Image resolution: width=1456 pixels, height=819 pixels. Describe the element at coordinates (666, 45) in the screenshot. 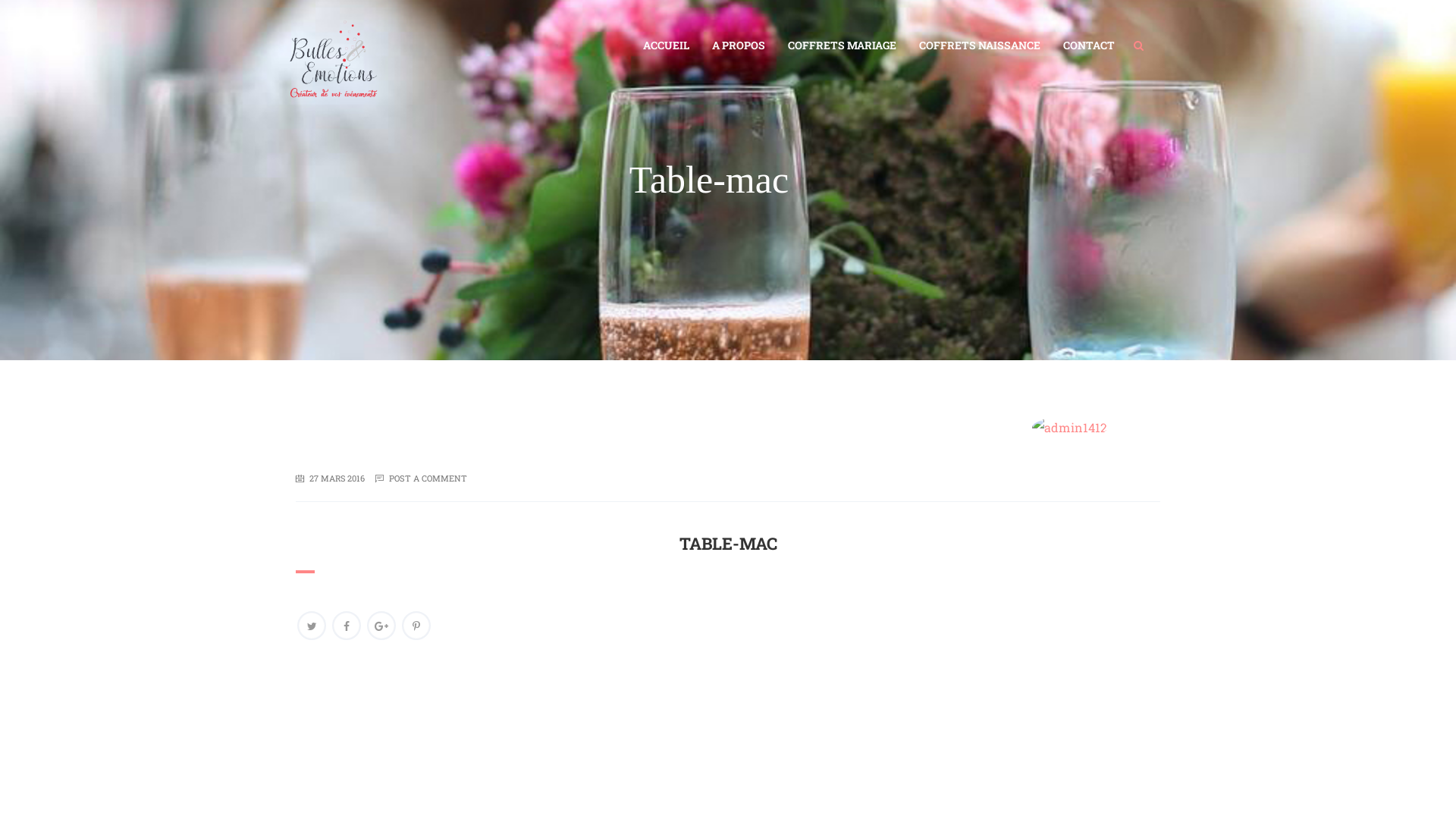

I see `'ACCUEIL'` at that location.